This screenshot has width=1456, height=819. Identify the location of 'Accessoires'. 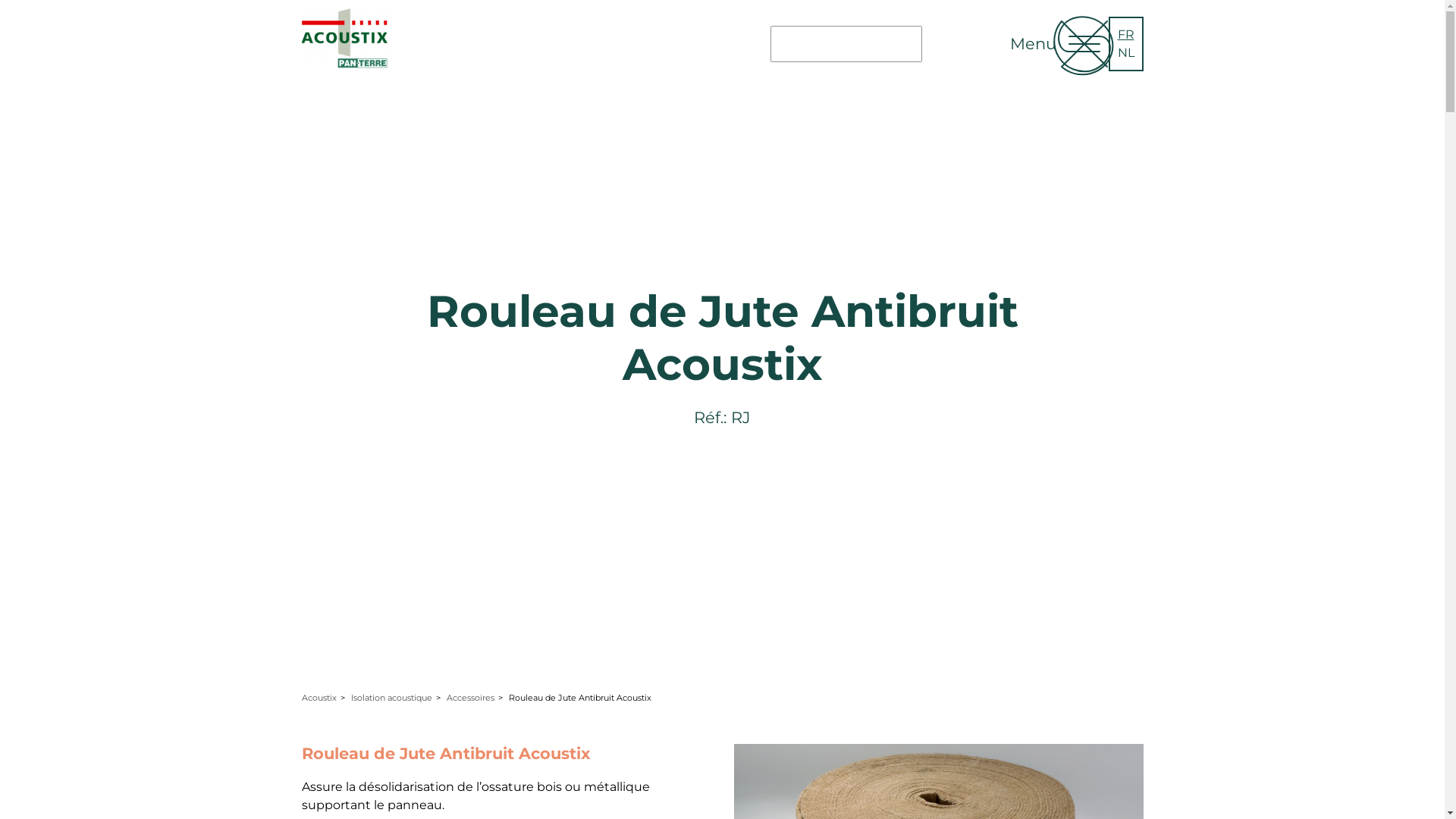
(469, 698).